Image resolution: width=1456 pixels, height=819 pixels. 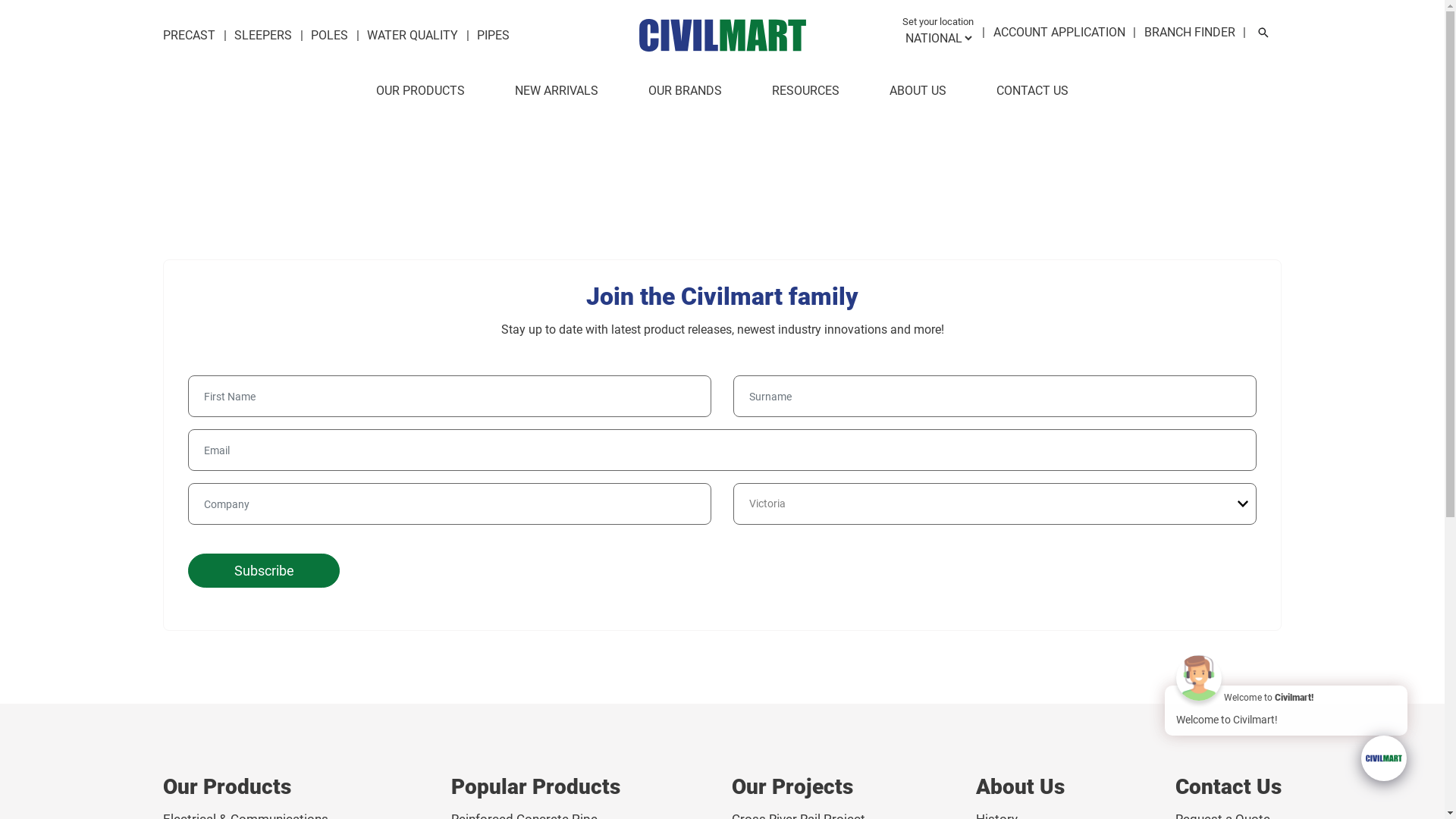 What do you see at coordinates (805, 92) in the screenshot?
I see `'RESOURCES'` at bounding box center [805, 92].